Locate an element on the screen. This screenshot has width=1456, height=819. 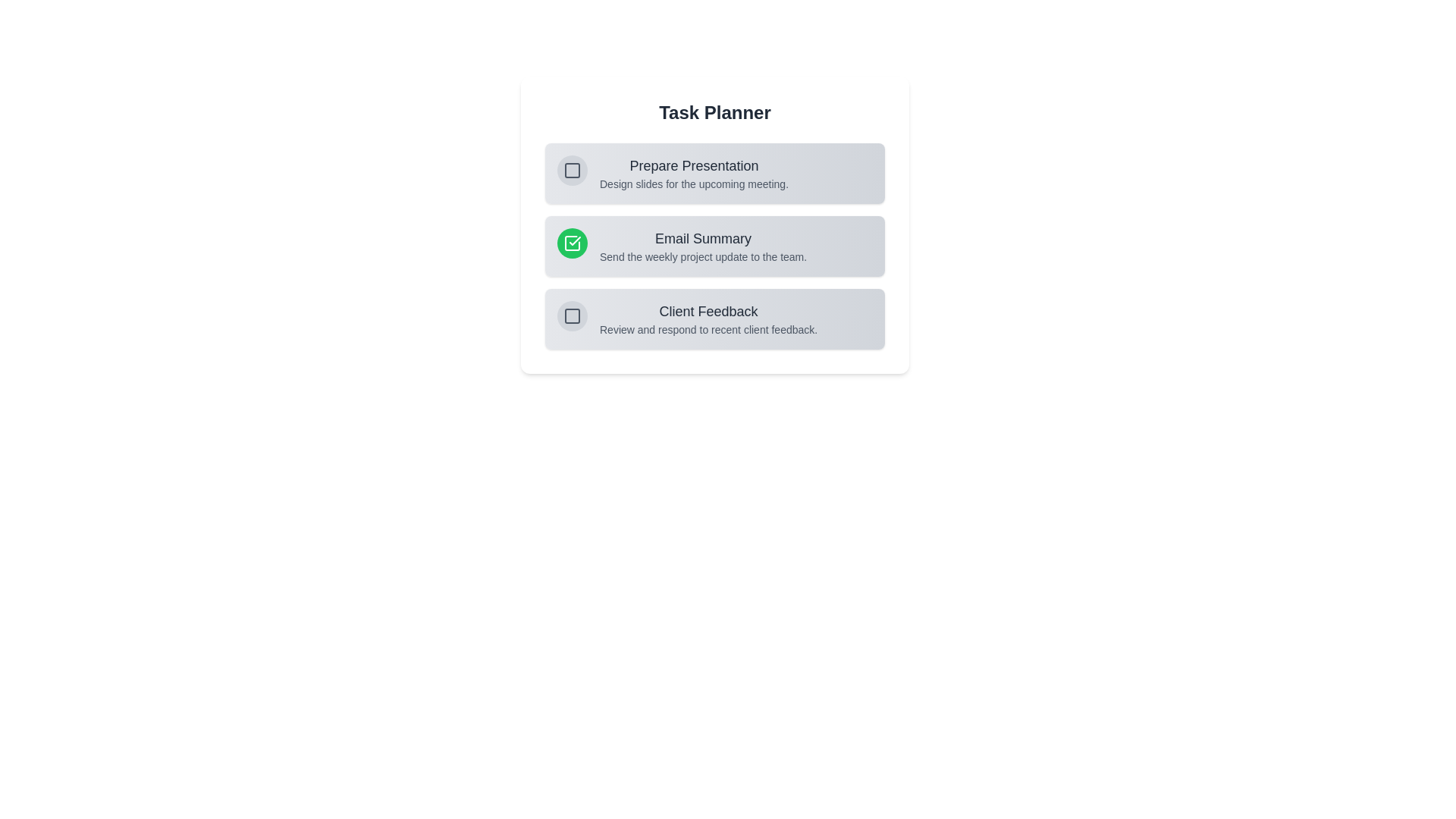
the task with title 'Email Summary' to observe its hover effect is located at coordinates (714, 245).